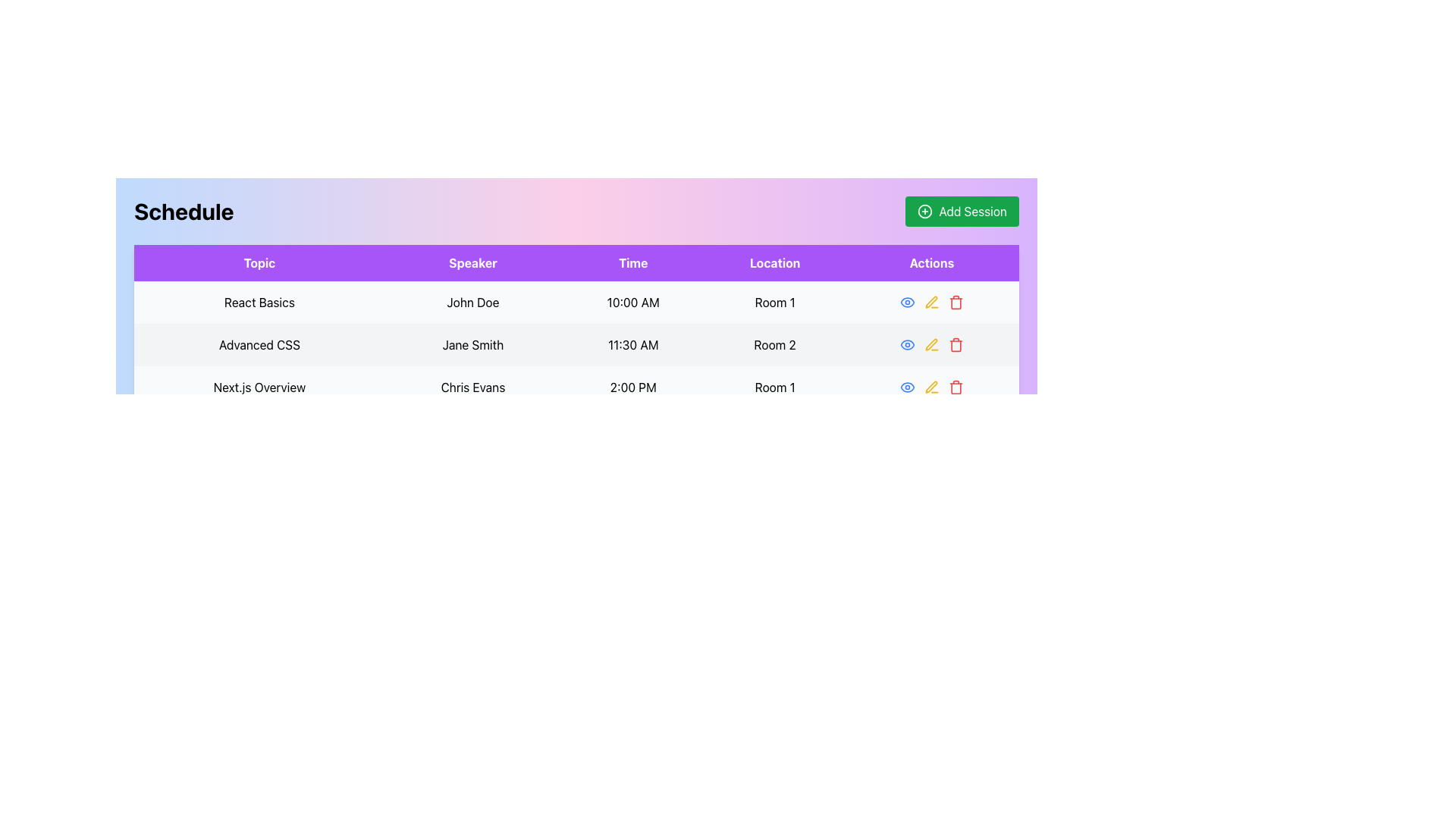  I want to click on the text label 'Room 2' located in the 'Location' column of the second row in the schedule table, so click(775, 345).